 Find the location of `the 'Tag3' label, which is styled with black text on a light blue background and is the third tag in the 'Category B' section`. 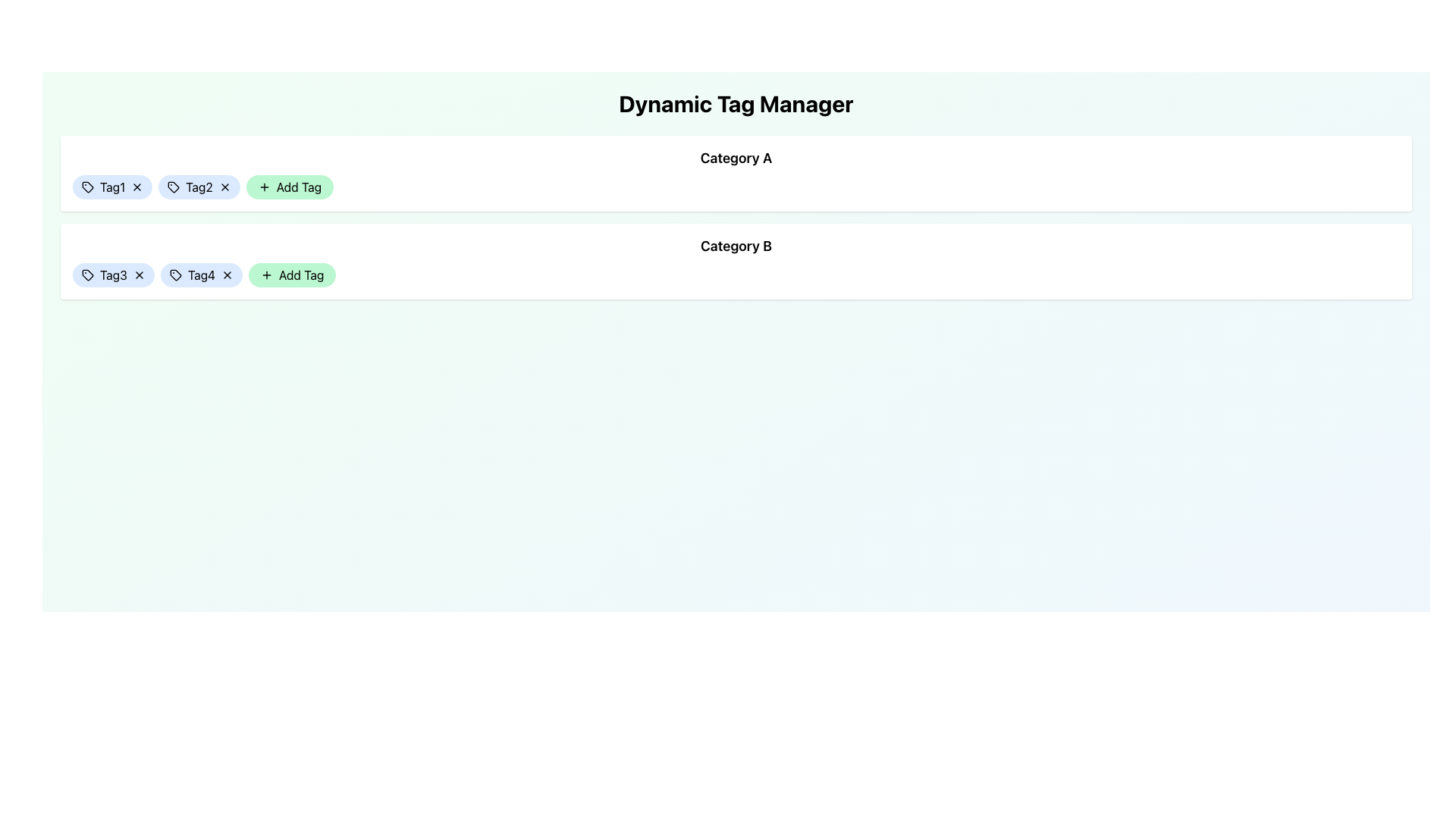

the 'Tag3' label, which is styled with black text on a light blue background and is the third tag in the 'Category B' section is located at coordinates (112, 275).